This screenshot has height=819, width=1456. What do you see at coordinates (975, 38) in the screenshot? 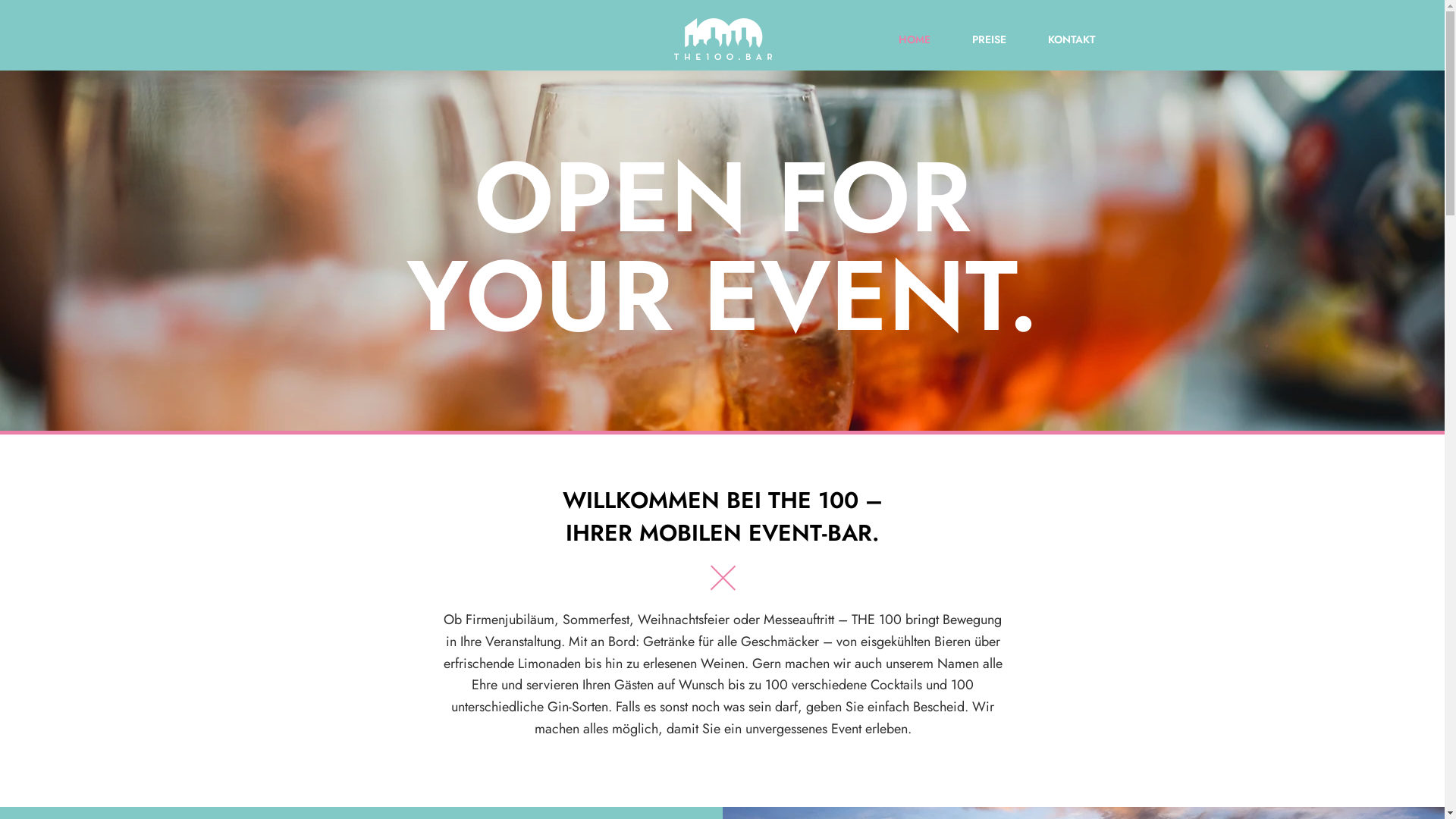
I see `'PREISE'` at bounding box center [975, 38].